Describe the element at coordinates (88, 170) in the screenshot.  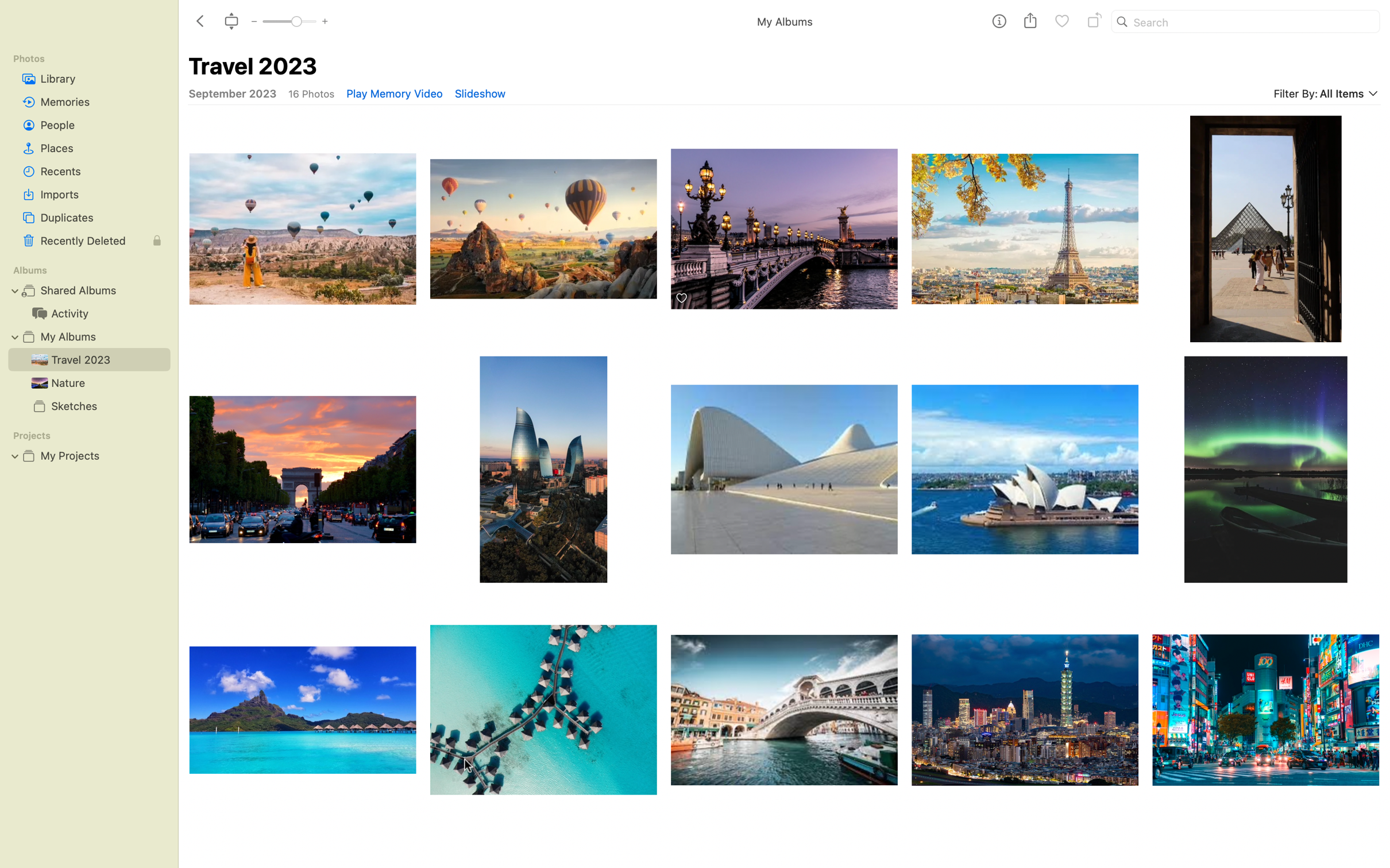
I see `the "Recents" album and maximize the images via the top toolbar` at that location.